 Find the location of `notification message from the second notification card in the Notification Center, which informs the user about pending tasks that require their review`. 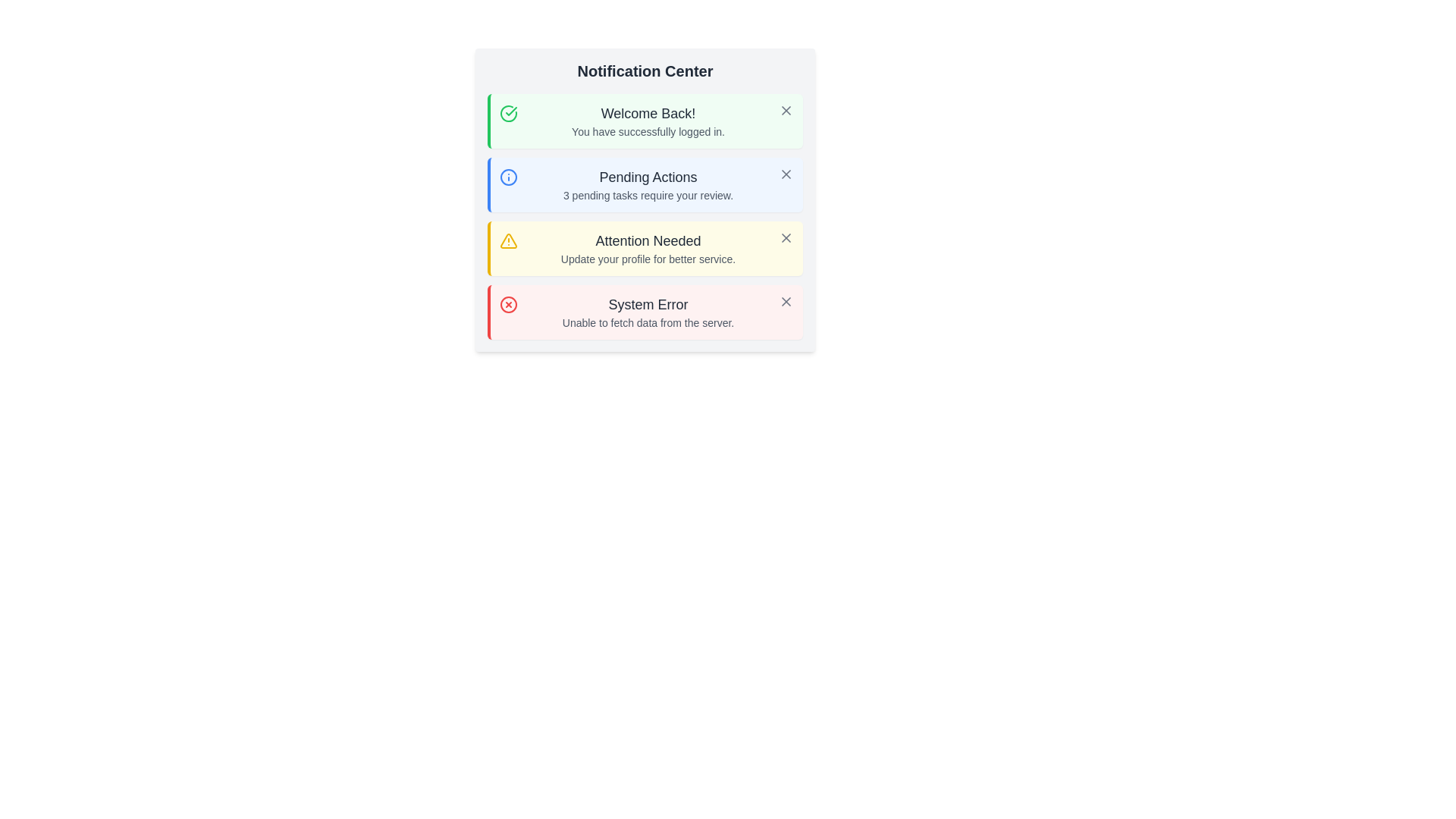

notification message from the second notification card in the Notification Center, which informs the user about pending tasks that require their review is located at coordinates (645, 184).